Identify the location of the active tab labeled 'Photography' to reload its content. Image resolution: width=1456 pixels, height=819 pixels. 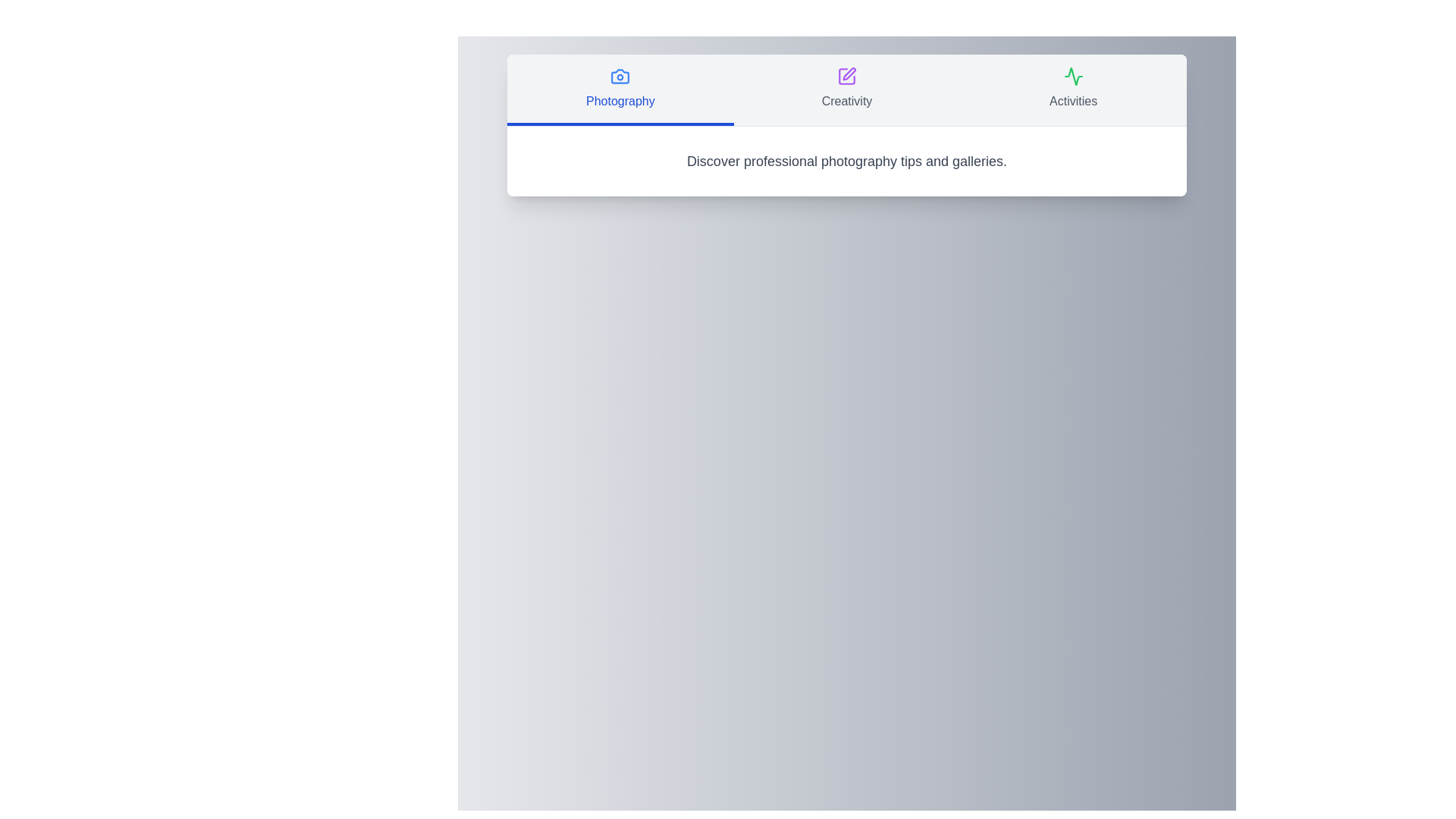
(620, 90).